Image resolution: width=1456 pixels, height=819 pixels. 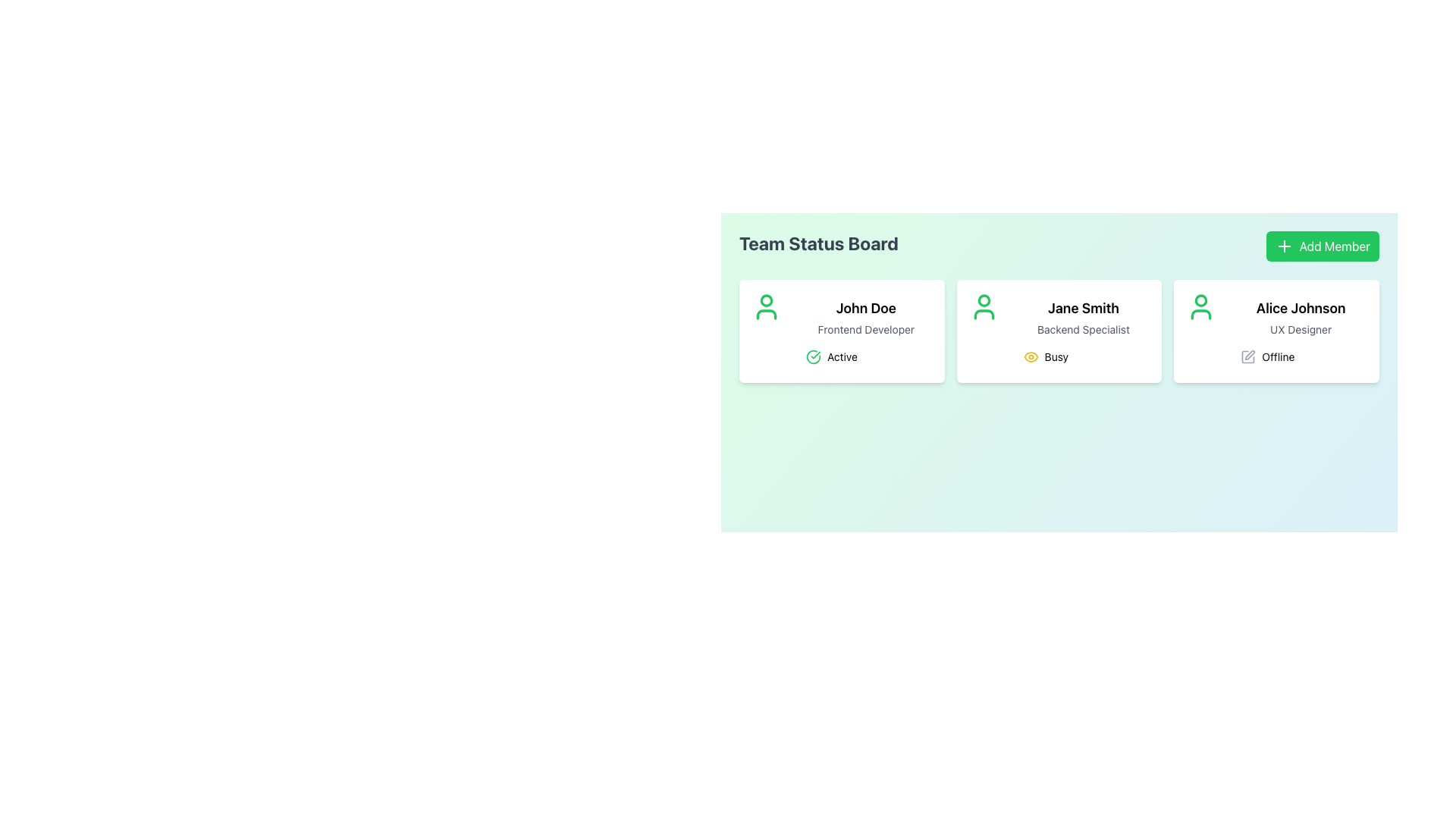 What do you see at coordinates (1031, 356) in the screenshot?
I see `the eye icon located within the card labeled 'Jane Smith', positioned to the right of the text 'Busy', serving as a status indicator for visibility` at bounding box center [1031, 356].